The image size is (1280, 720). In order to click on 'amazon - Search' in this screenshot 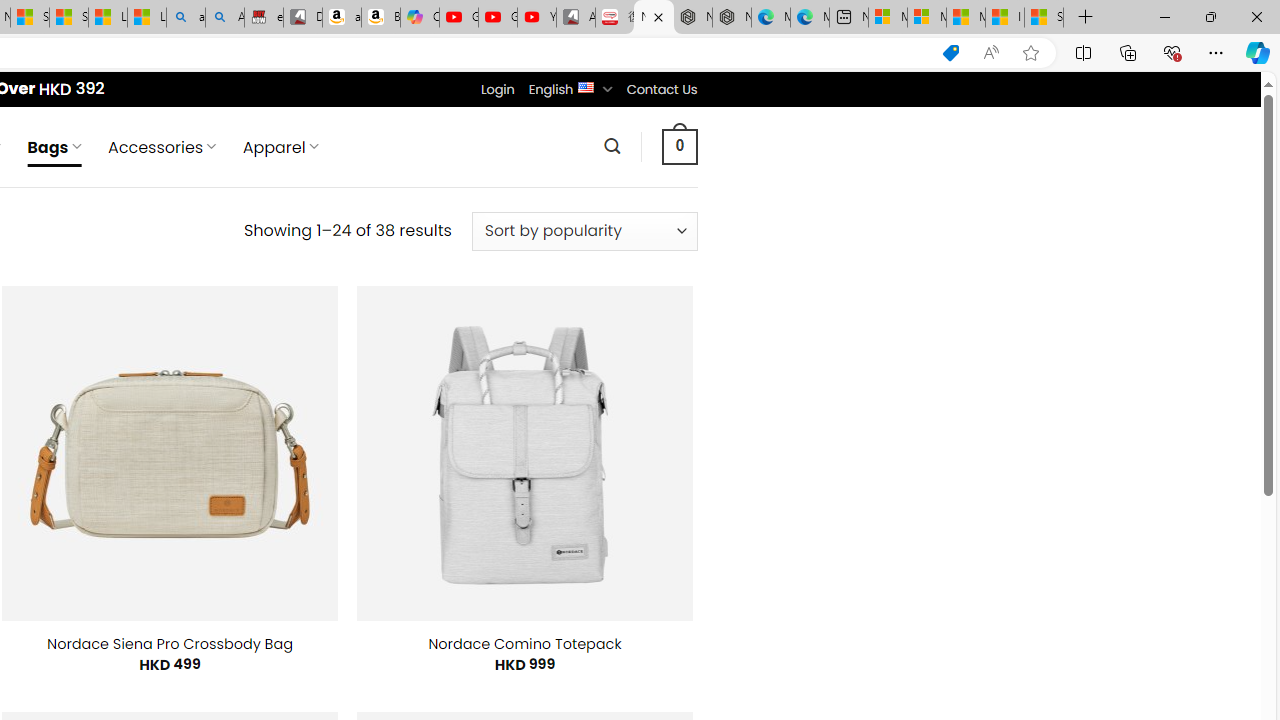, I will do `click(185, 17)`.